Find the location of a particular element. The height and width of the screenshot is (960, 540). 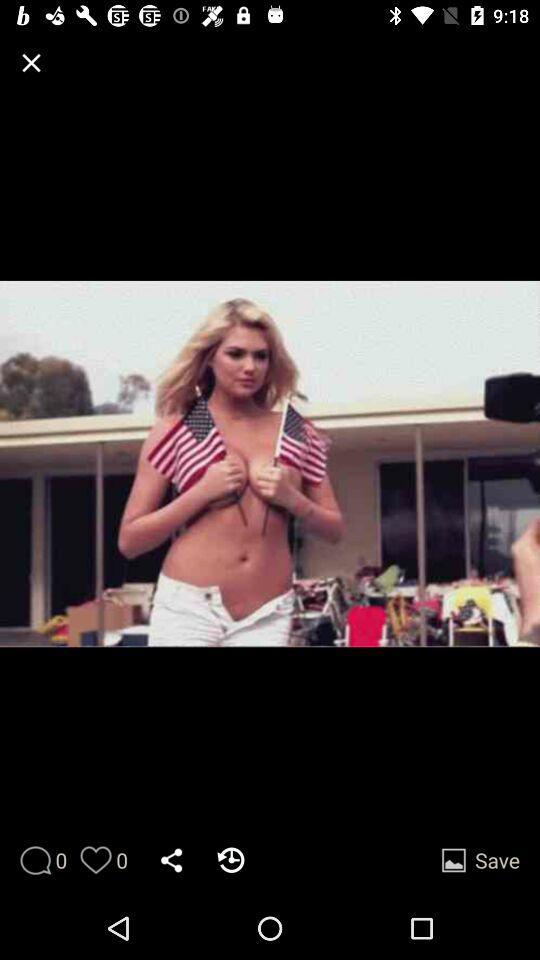

the history icon is located at coordinates (230, 859).